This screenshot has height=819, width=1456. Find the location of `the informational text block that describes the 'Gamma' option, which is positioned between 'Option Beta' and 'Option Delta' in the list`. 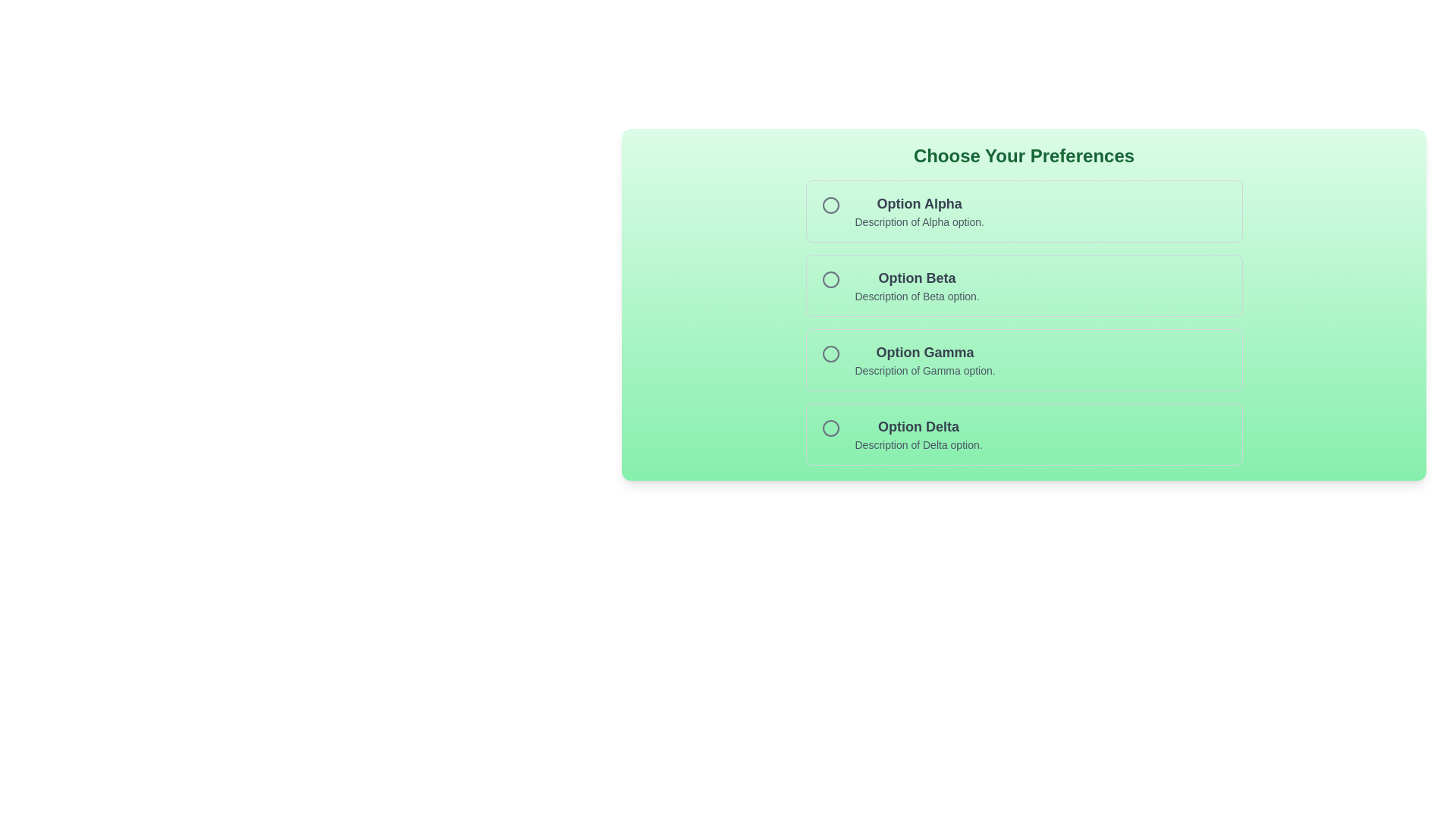

the informational text block that describes the 'Gamma' option, which is positioned between 'Option Beta' and 'Option Delta' in the list is located at coordinates (924, 359).